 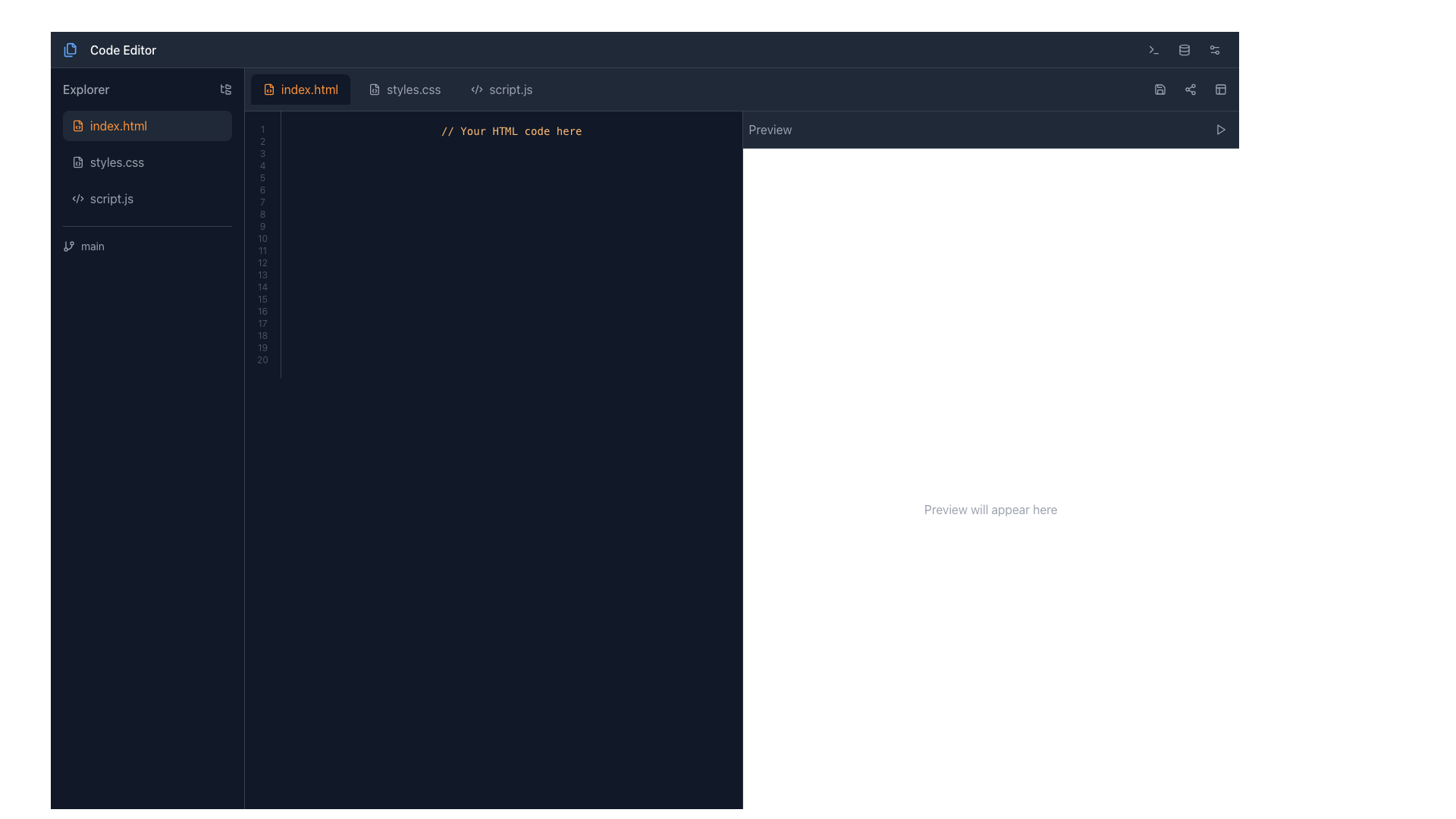 What do you see at coordinates (123, 49) in the screenshot?
I see `text content of the 'Code Editor' label located at the top-left area of the UI, positioned to the right of the files icon` at bounding box center [123, 49].